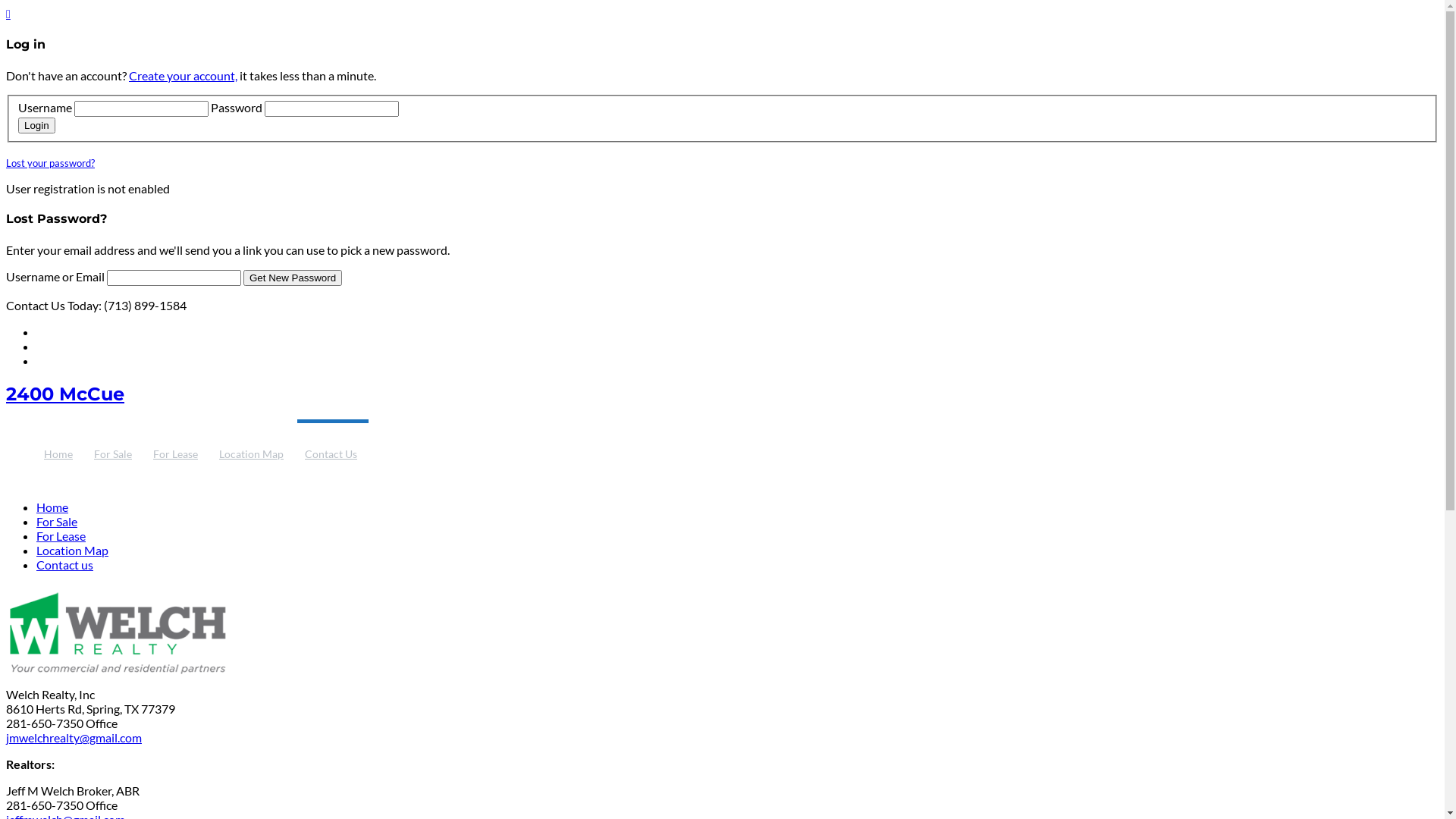 This screenshot has width=1456, height=819. I want to click on 'Login', so click(18, 124).